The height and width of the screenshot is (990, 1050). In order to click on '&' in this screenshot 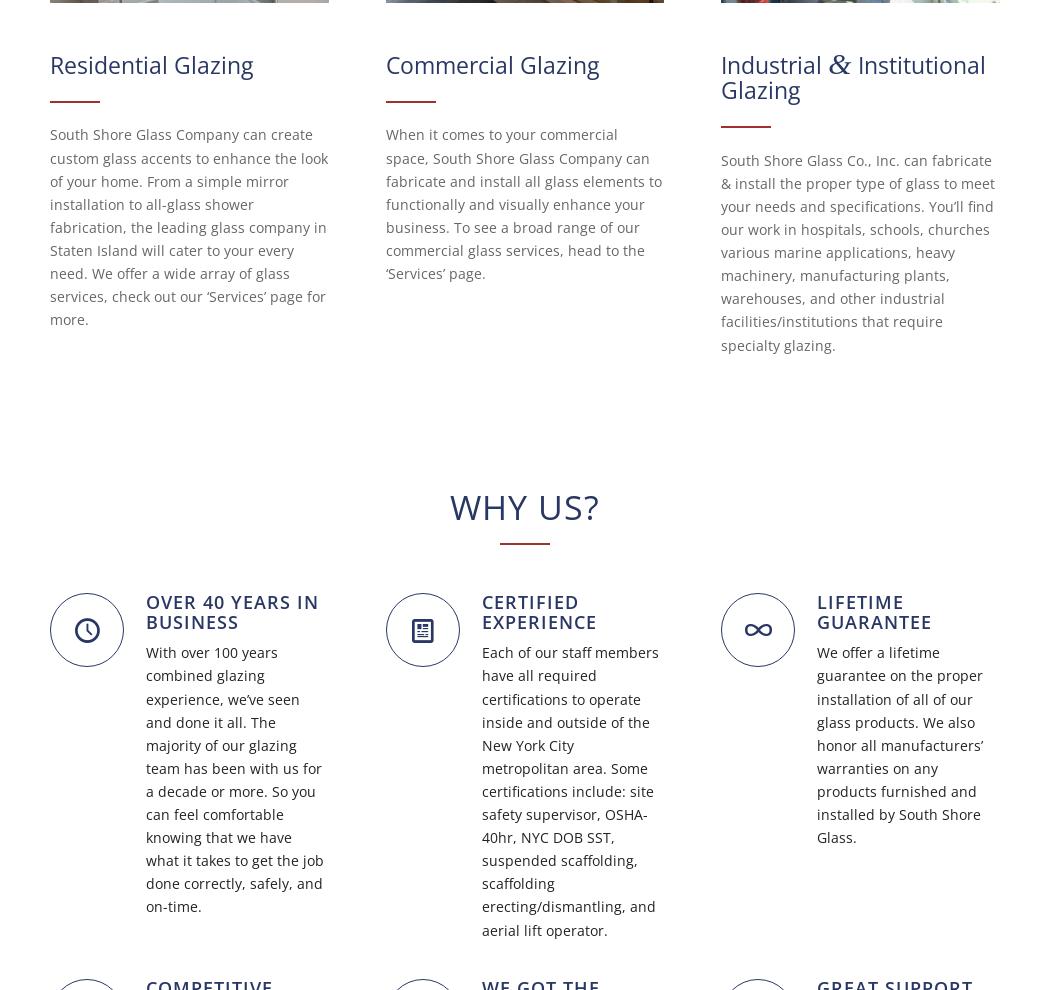, I will do `click(828, 63)`.